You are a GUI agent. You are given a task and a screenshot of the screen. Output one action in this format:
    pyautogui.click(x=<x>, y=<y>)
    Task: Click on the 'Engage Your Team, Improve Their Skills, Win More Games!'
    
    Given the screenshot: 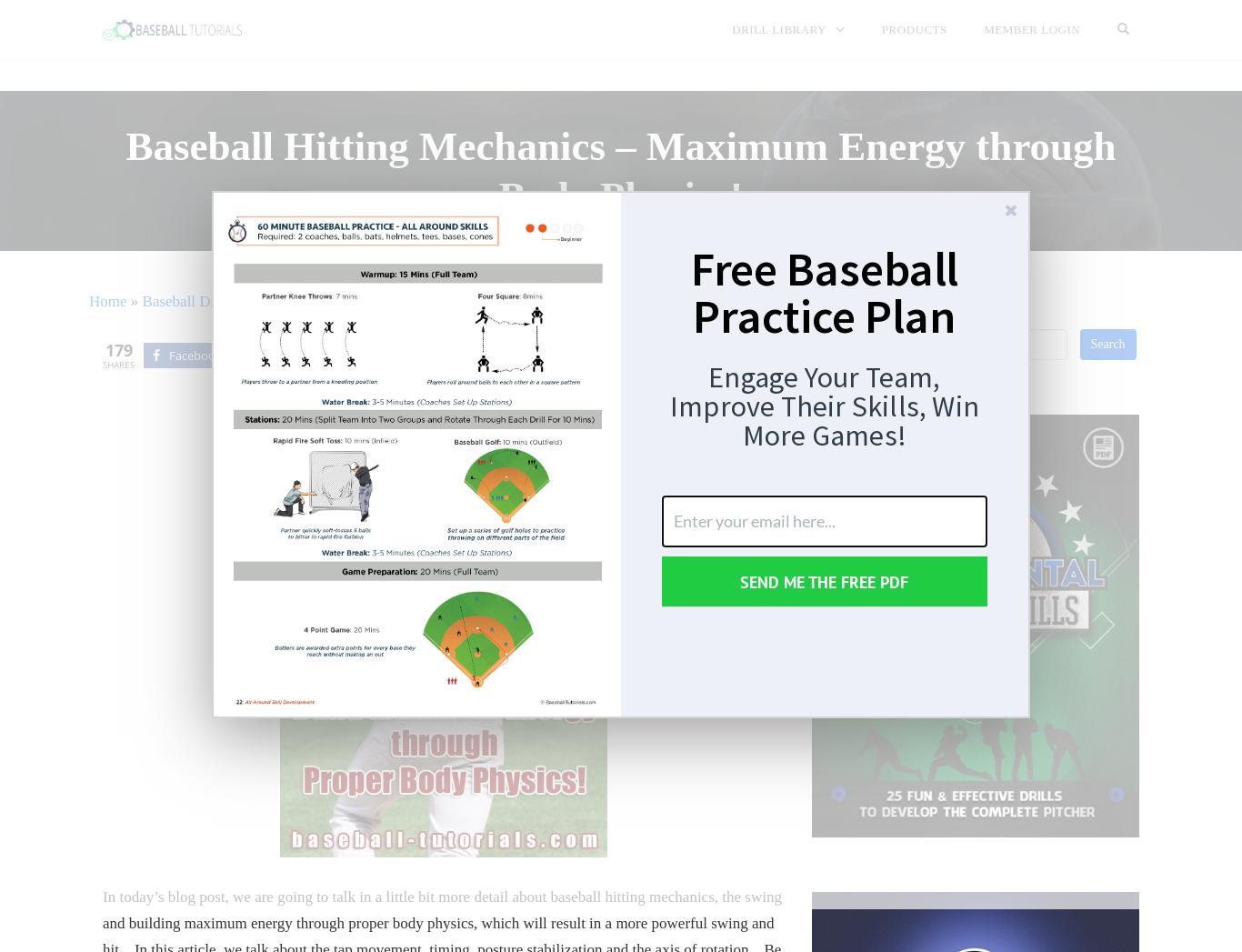 What is the action you would take?
    pyautogui.click(x=823, y=406)
    